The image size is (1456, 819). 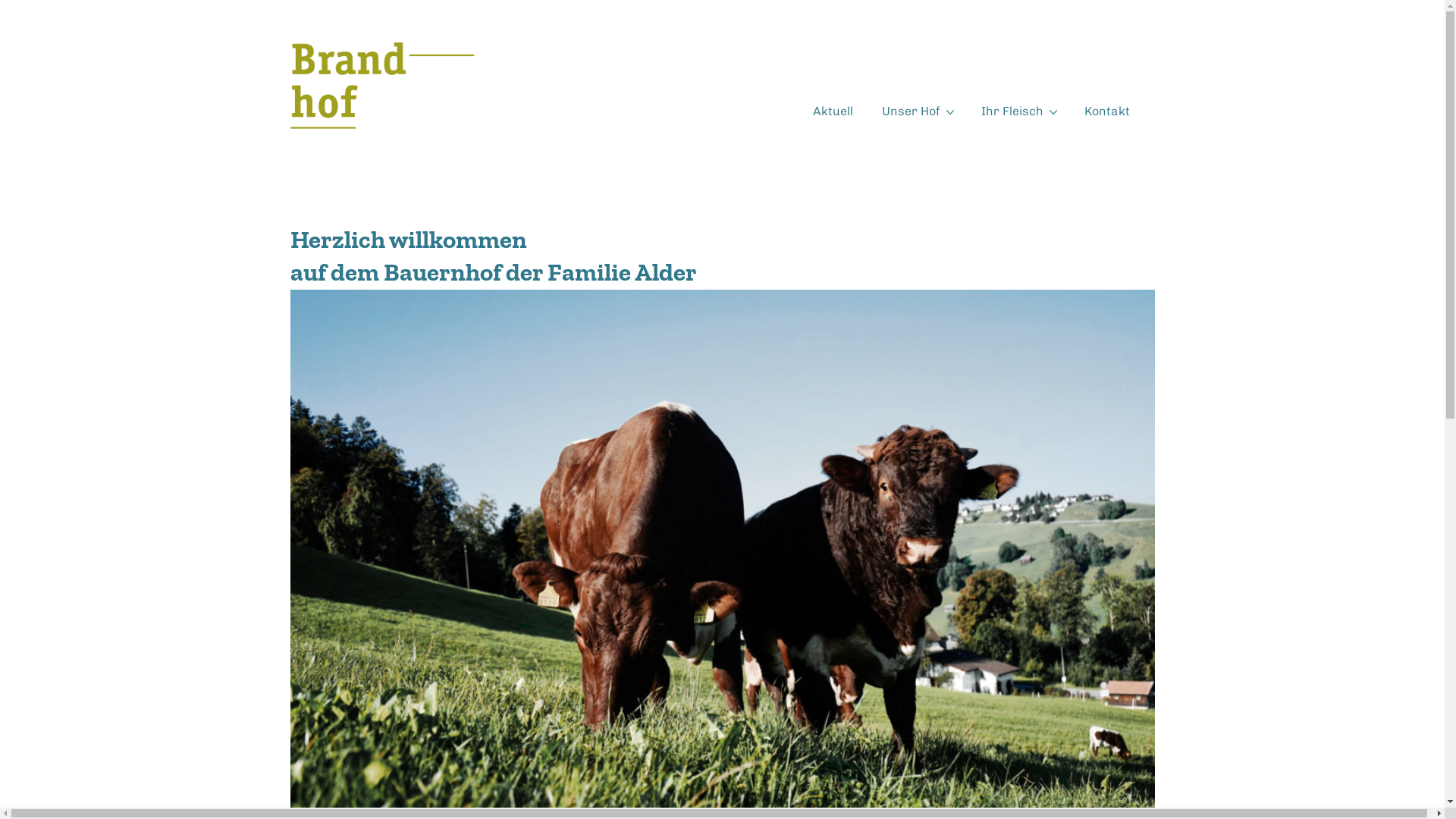 What do you see at coordinates (915, 110) in the screenshot?
I see `'Unser Hof'` at bounding box center [915, 110].